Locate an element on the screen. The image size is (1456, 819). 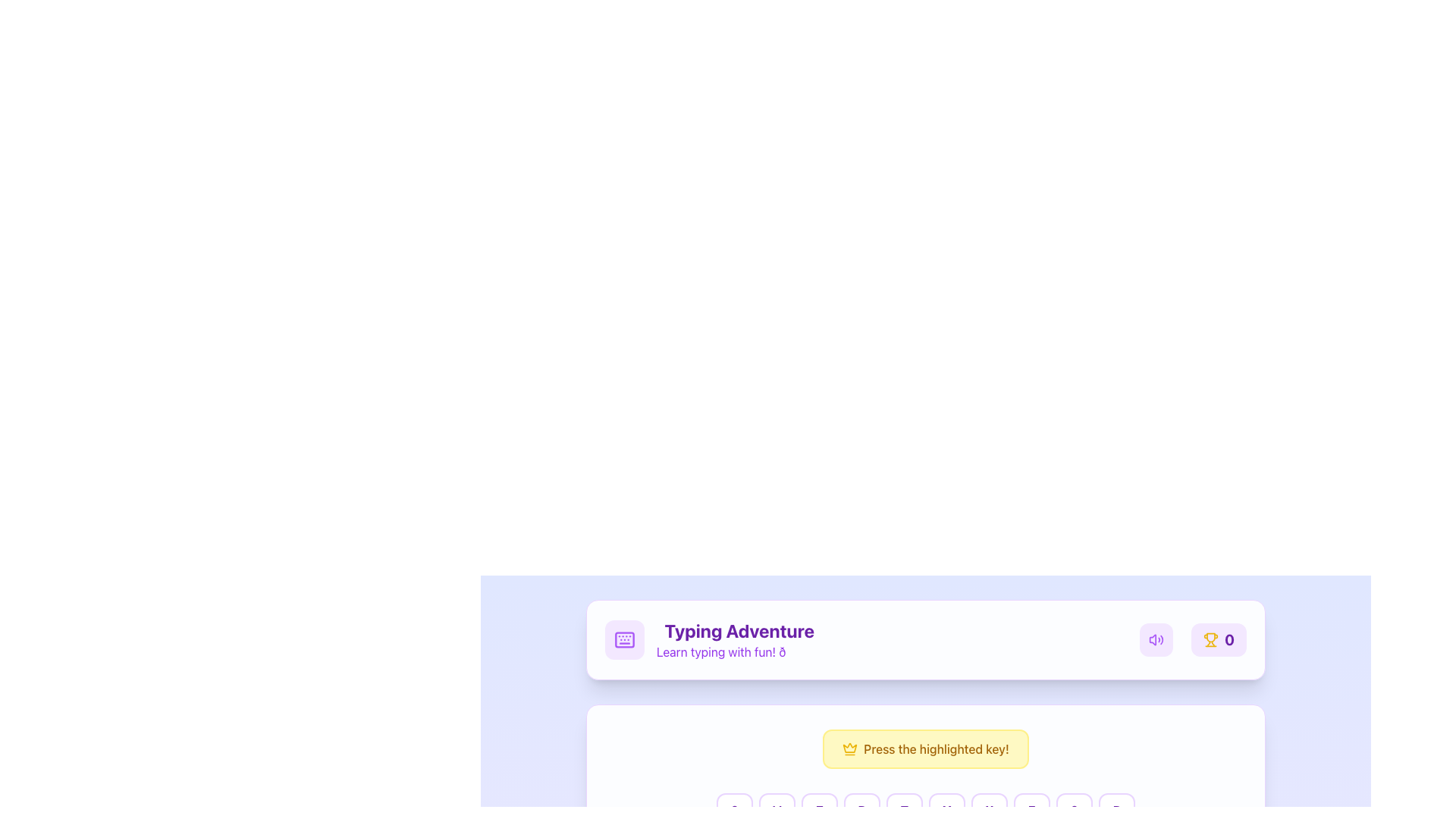
the Text Label styled in purple with the phrase 'Learn typing with fun! 🌟', located below the heading 'Typing Adventure' is located at coordinates (739, 651).